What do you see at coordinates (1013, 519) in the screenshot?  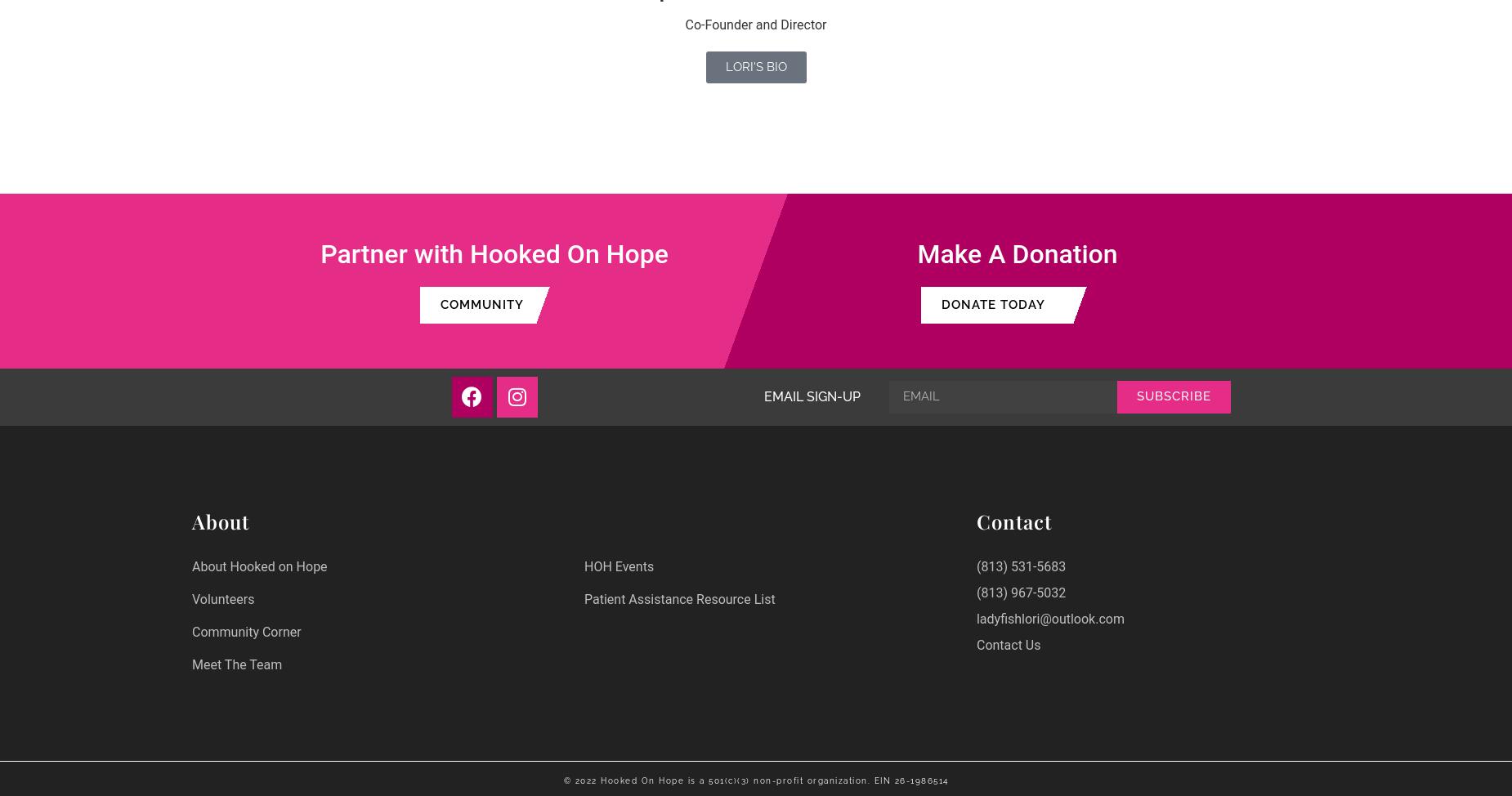 I see `'Contact'` at bounding box center [1013, 519].